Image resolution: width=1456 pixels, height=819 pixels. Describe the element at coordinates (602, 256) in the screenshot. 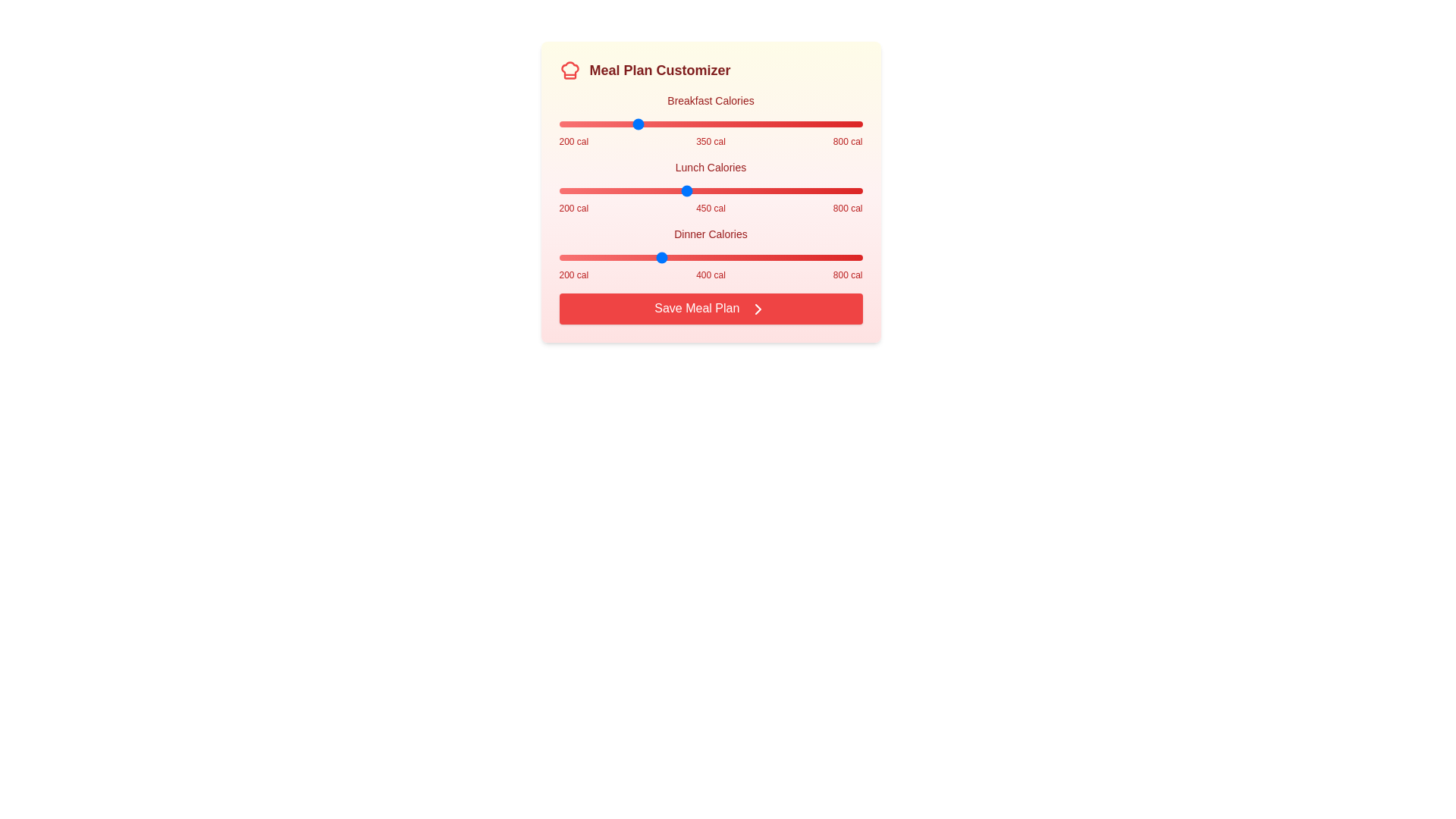

I see `the Dinner calorie slider to 287 calories` at that location.